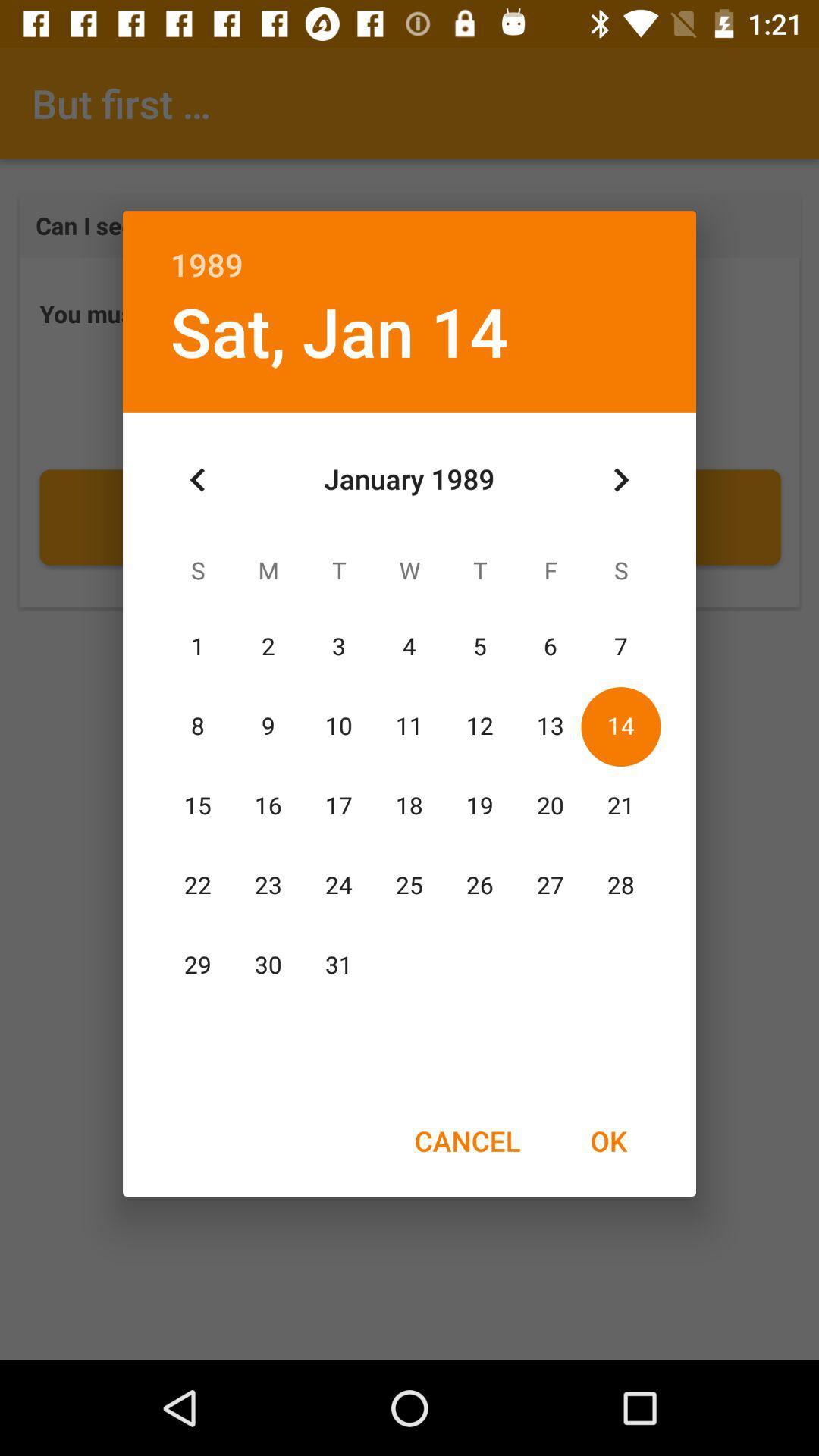 Image resolution: width=819 pixels, height=1456 pixels. Describe the element at coordinates (607, 1141) in the screenshot. I see `ok icon` at that location.